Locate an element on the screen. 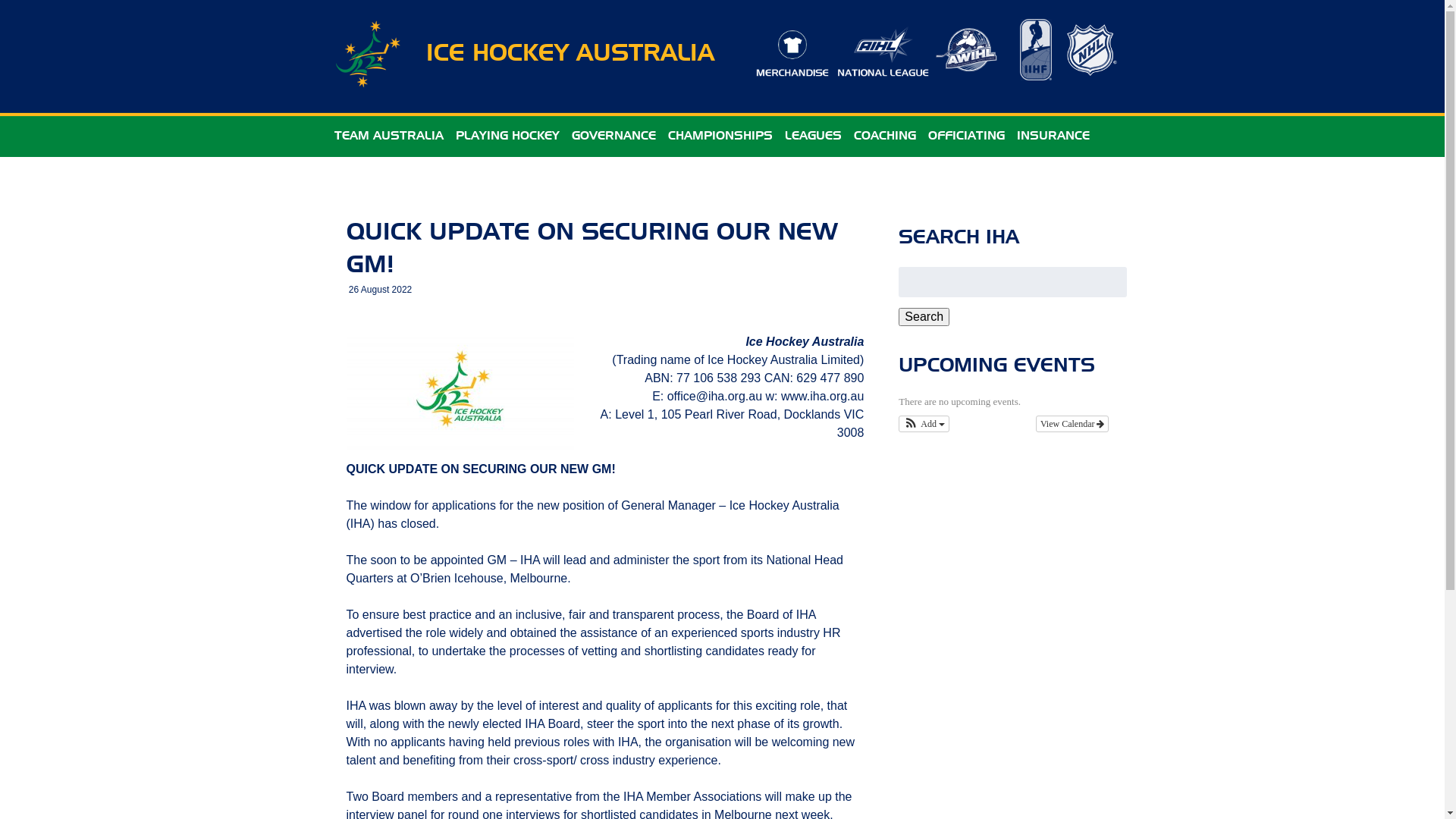  'OFFICIATING' is located at coordinates (921, 136).